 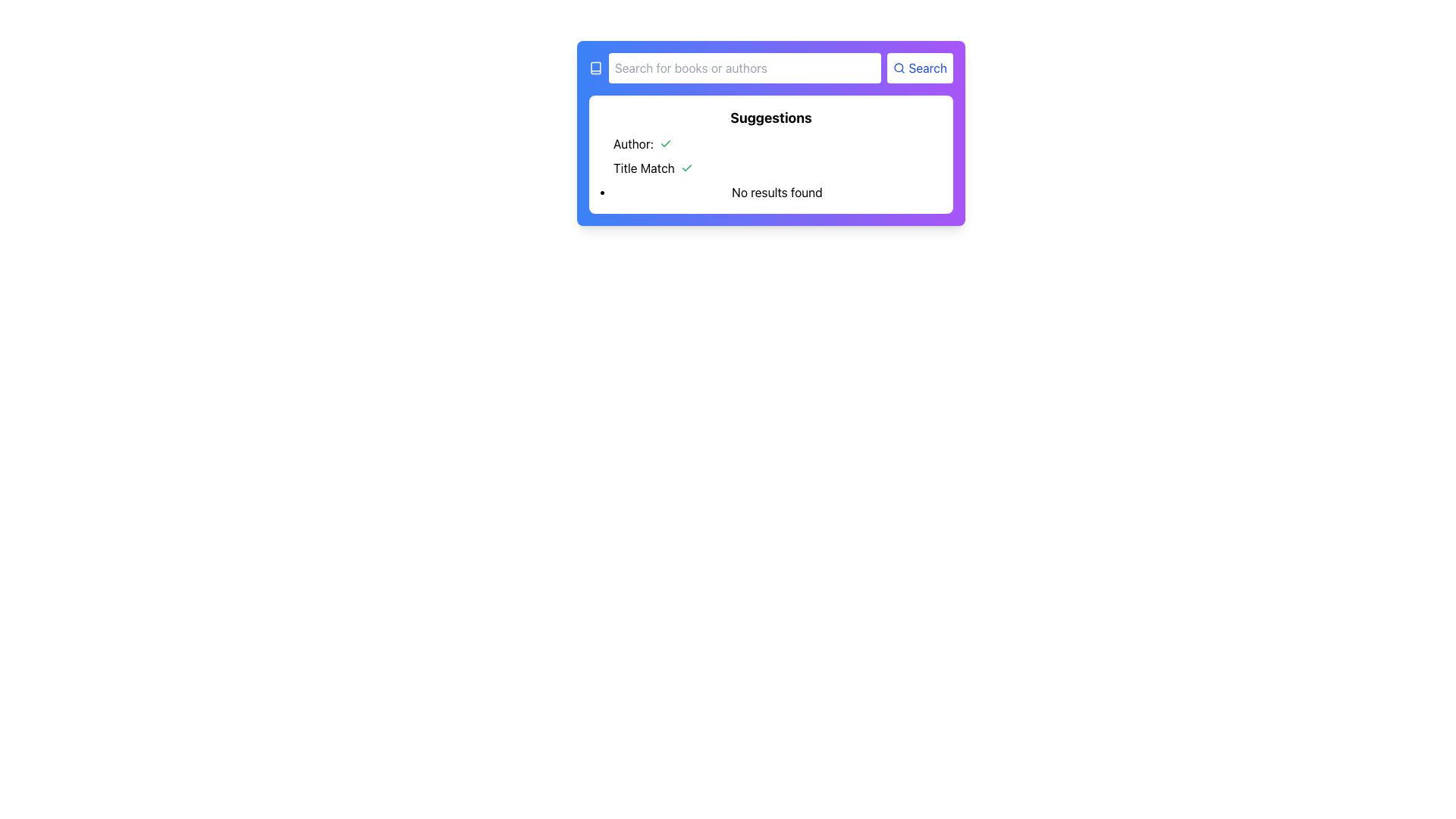 I want to click on the SVG Circle Element that represents the circular lens of the magnifying glass icon located at the right end of the search bar, so click(x=899, y=67).